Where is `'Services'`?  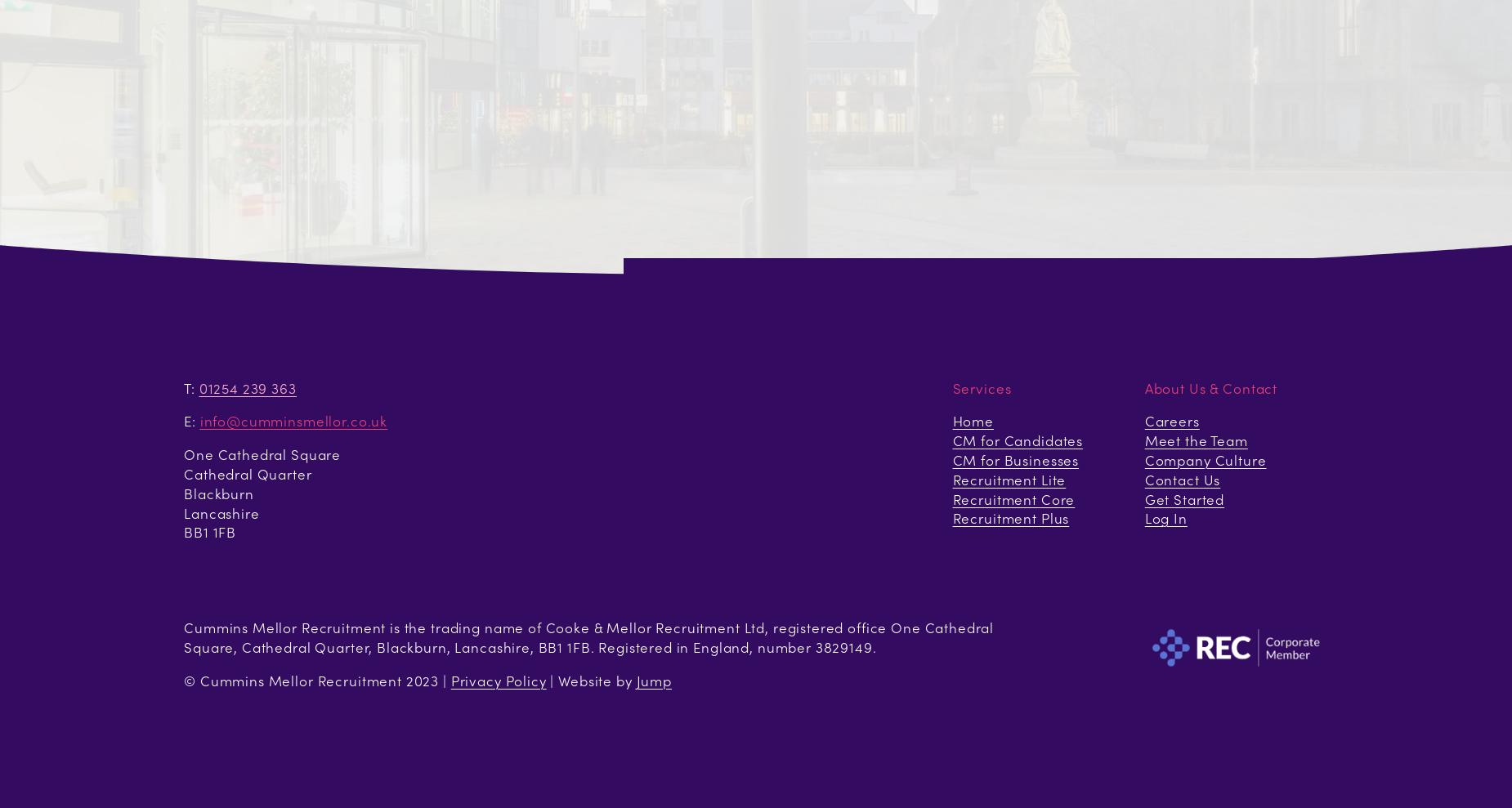
'Services' is located at coordinates (981, 386).